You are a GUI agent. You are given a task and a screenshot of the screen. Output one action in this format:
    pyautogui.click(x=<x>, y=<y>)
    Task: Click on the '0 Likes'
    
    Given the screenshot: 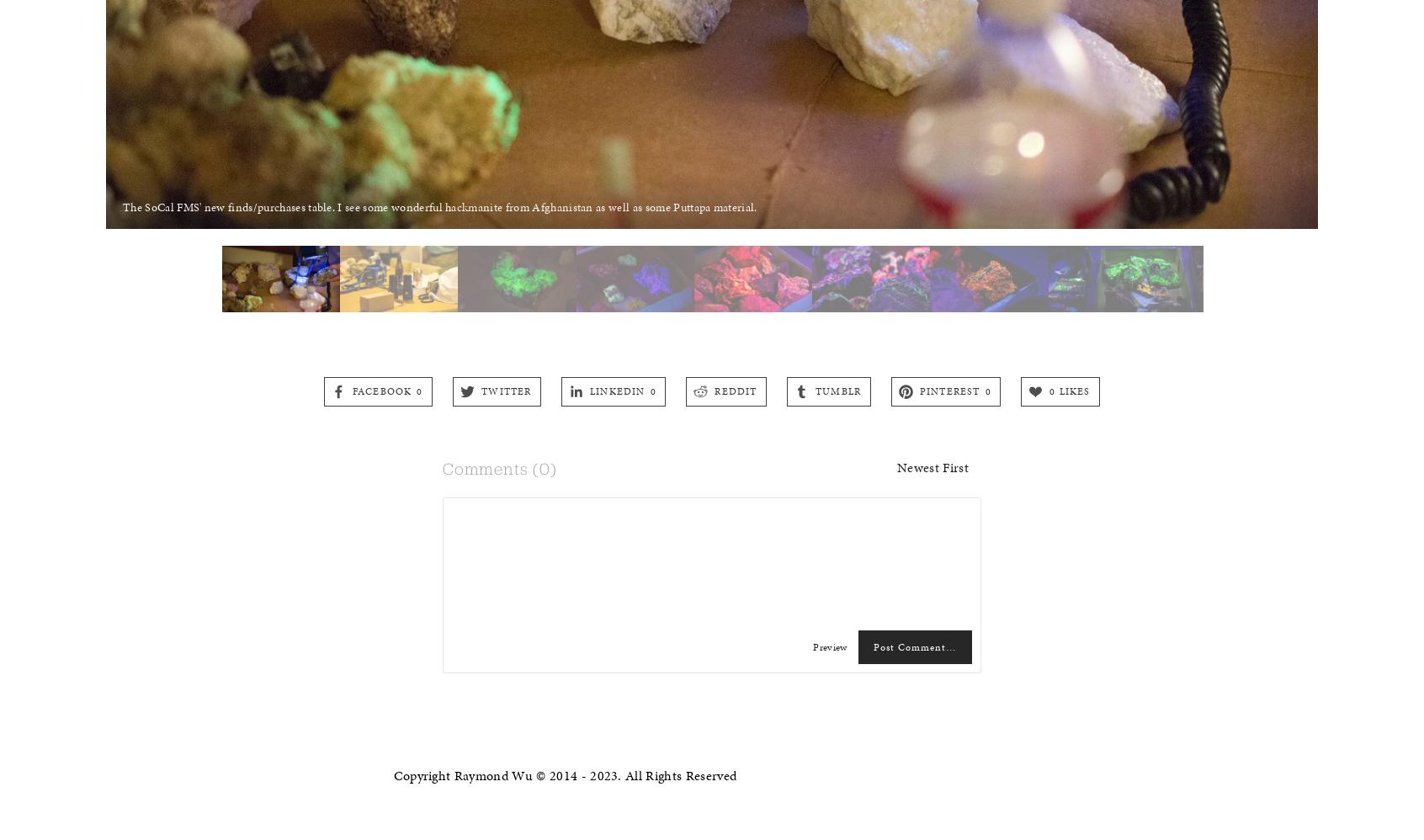 What is the action you would take?
    pyautogui.click(x=1069, y=389)
    